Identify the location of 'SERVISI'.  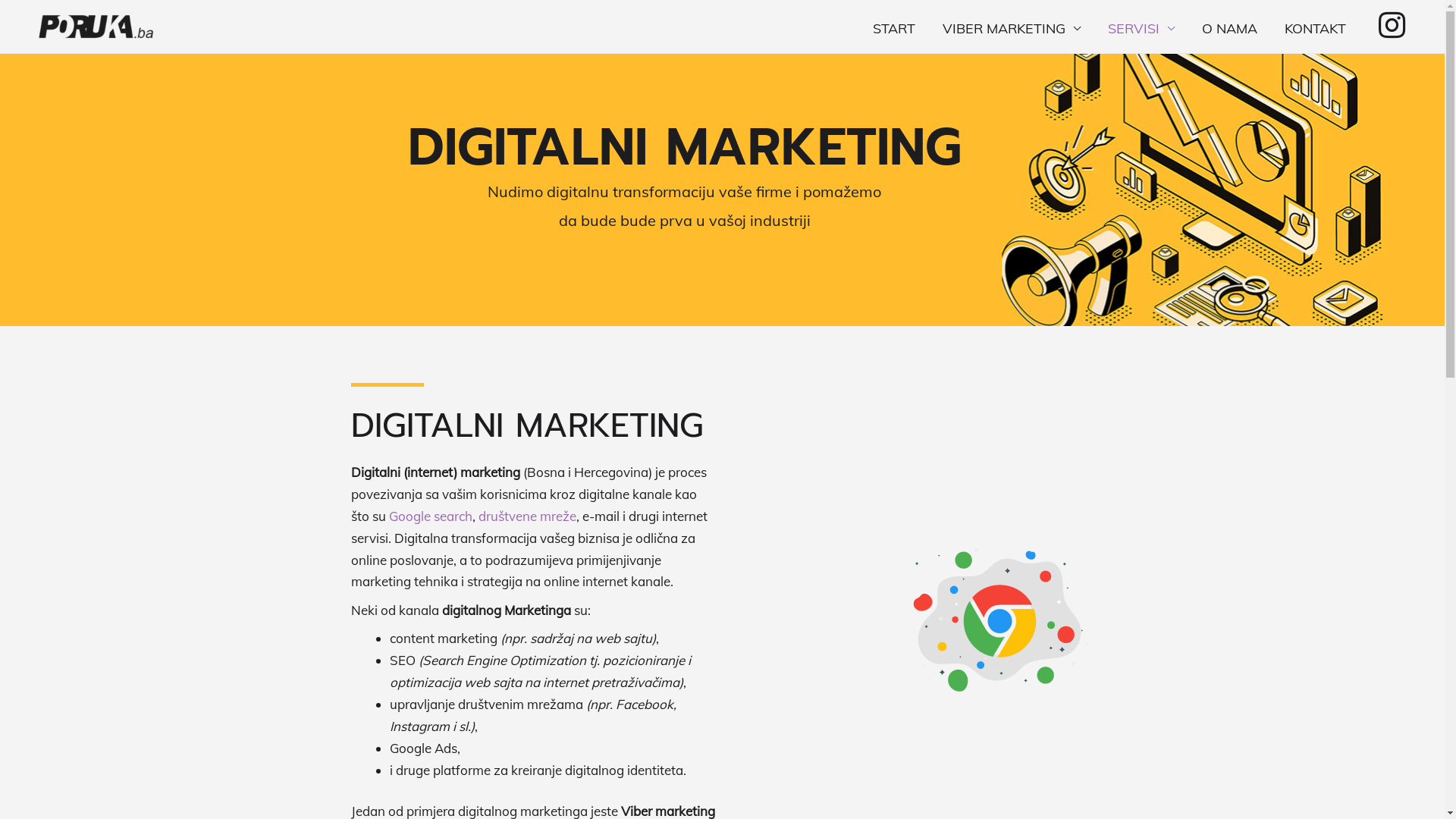
(1140, 28).